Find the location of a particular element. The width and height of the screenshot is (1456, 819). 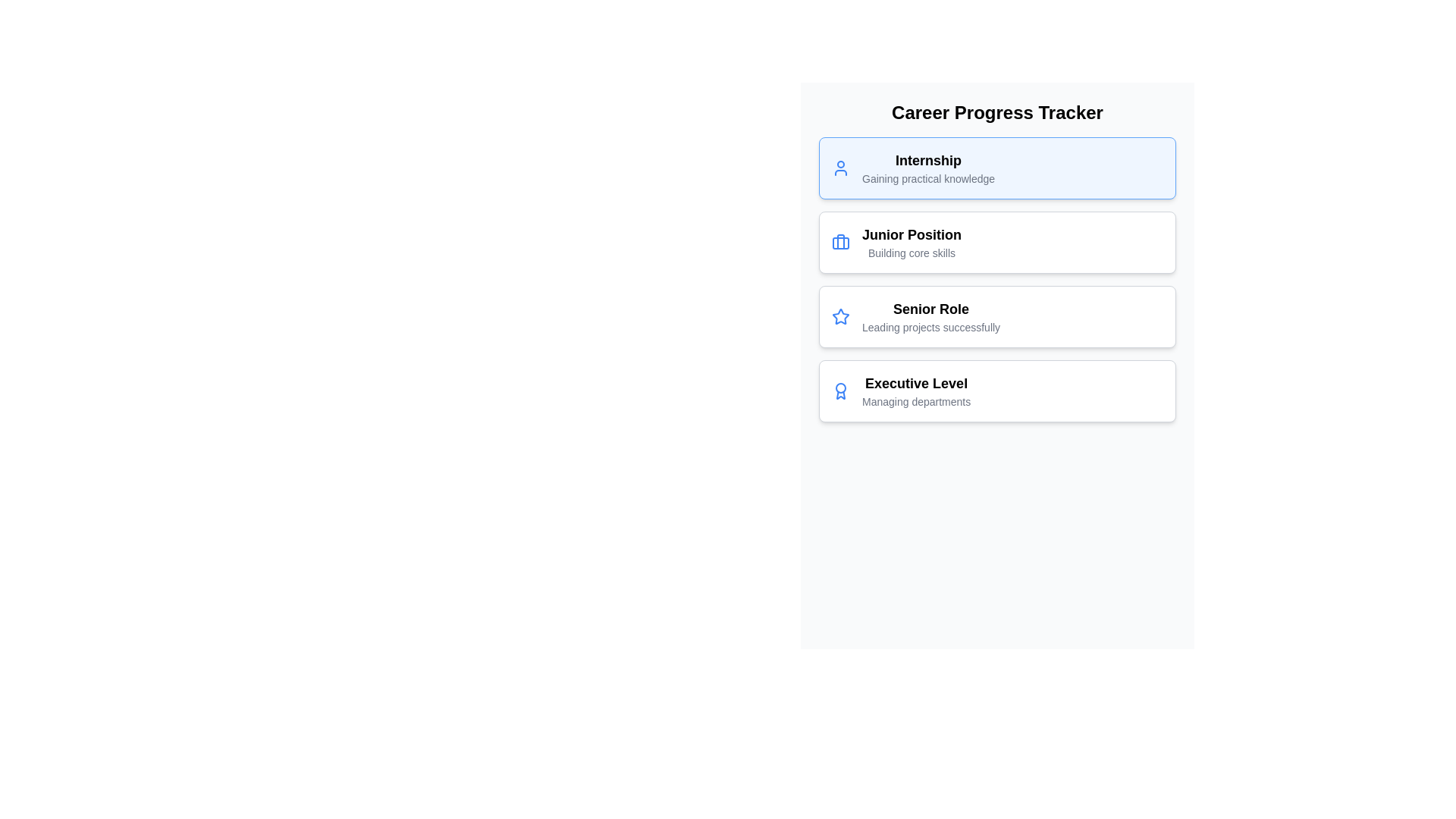

the 'Executive Level' text block card, which is the last item in the Career Progress Tracker series is located at coordinates (915, 391).